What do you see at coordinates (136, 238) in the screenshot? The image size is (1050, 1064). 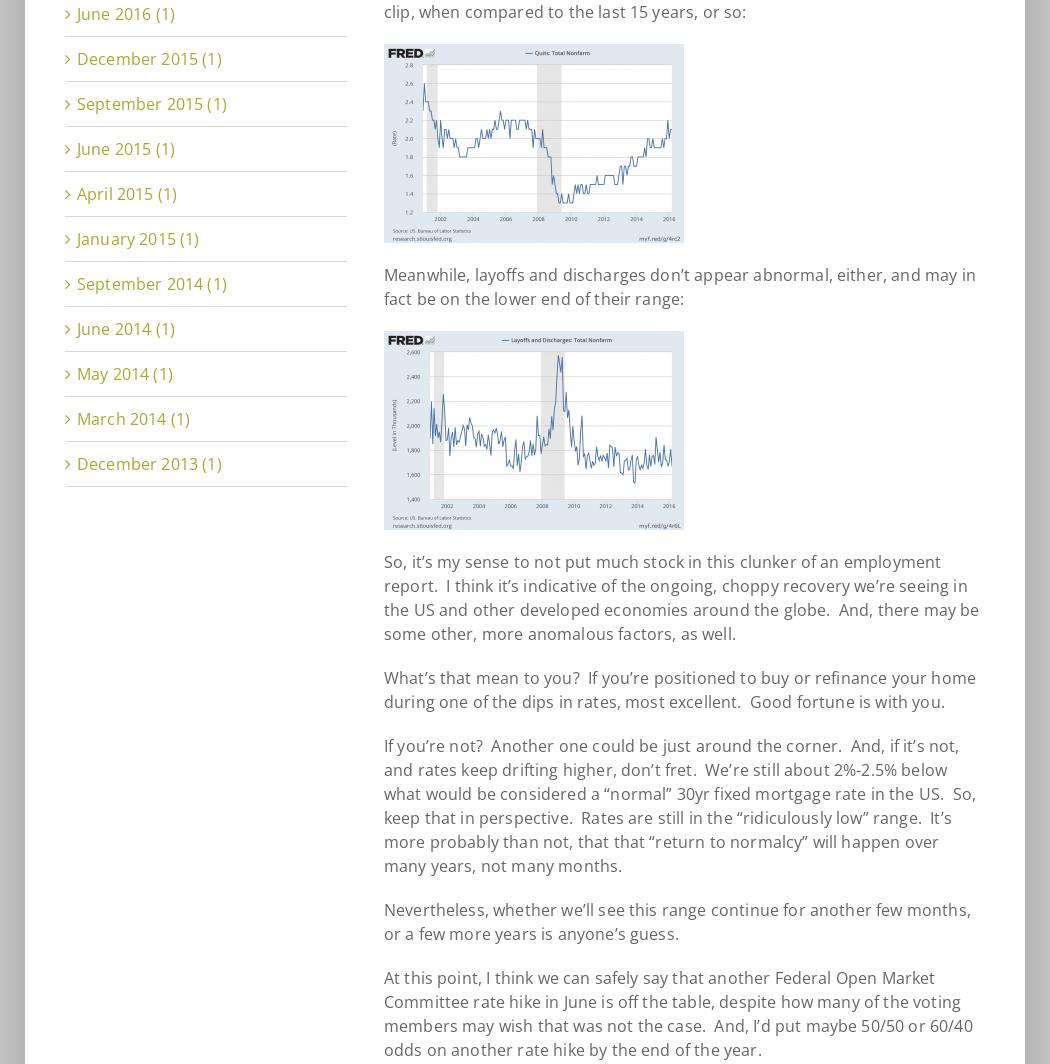 I see `'January 2015 (1)'` at bounding box center [136, 238].